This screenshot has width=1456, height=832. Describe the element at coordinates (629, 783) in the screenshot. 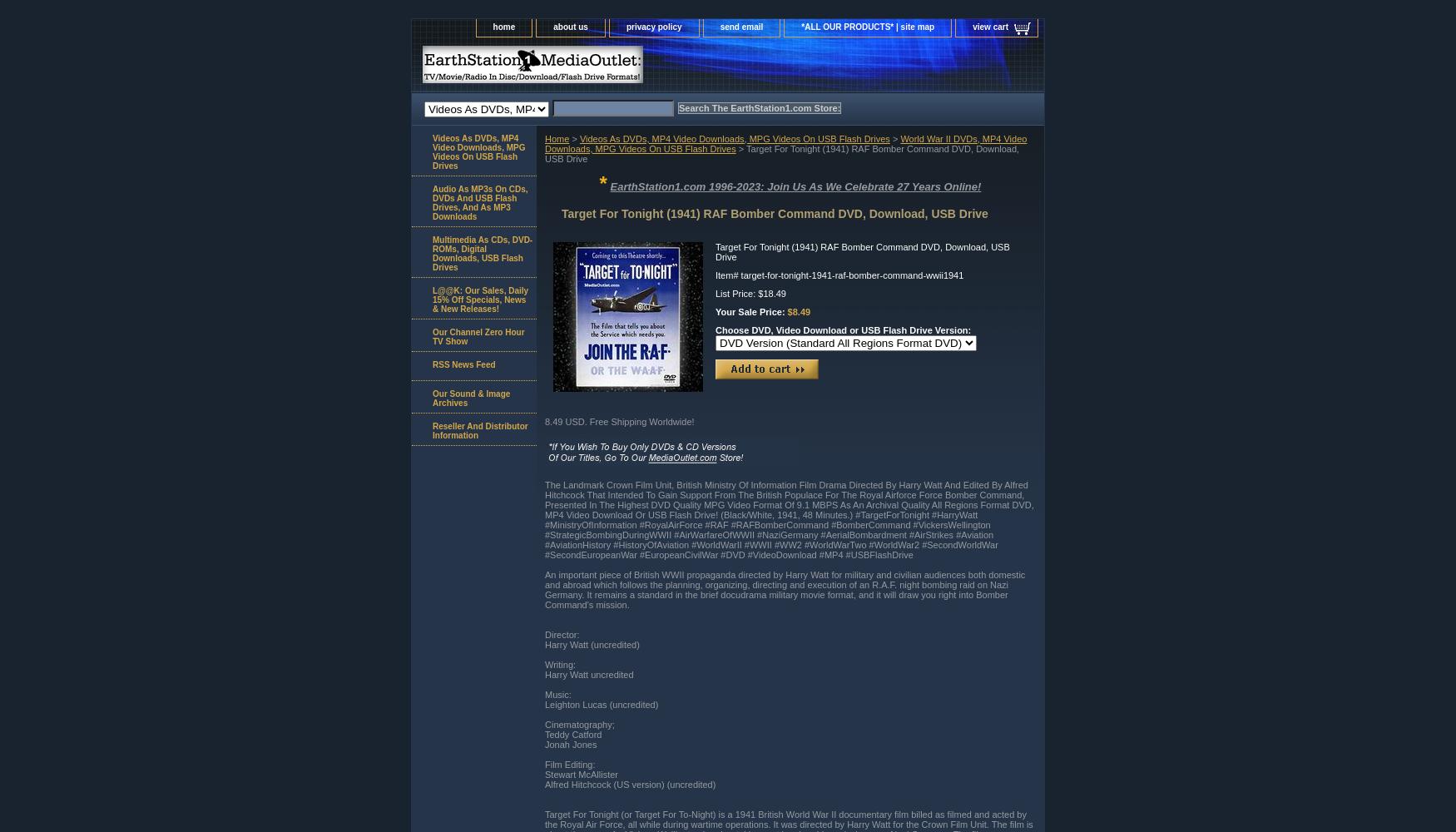

I see `'Alfred Hitchcock	 	(US version) (uncredited)'` at that location.